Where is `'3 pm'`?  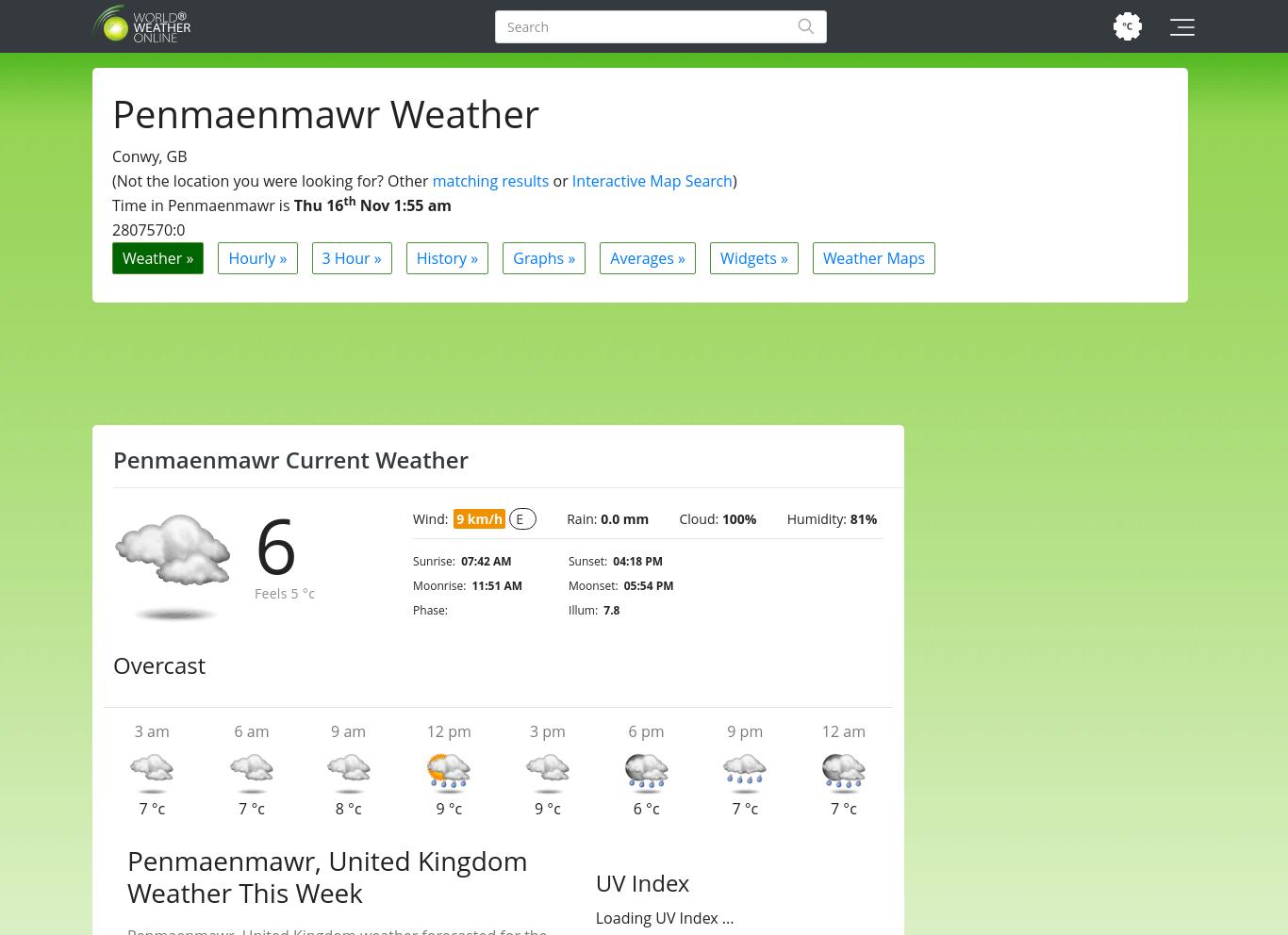
'3 pm' is located at coordinates (546, 730).